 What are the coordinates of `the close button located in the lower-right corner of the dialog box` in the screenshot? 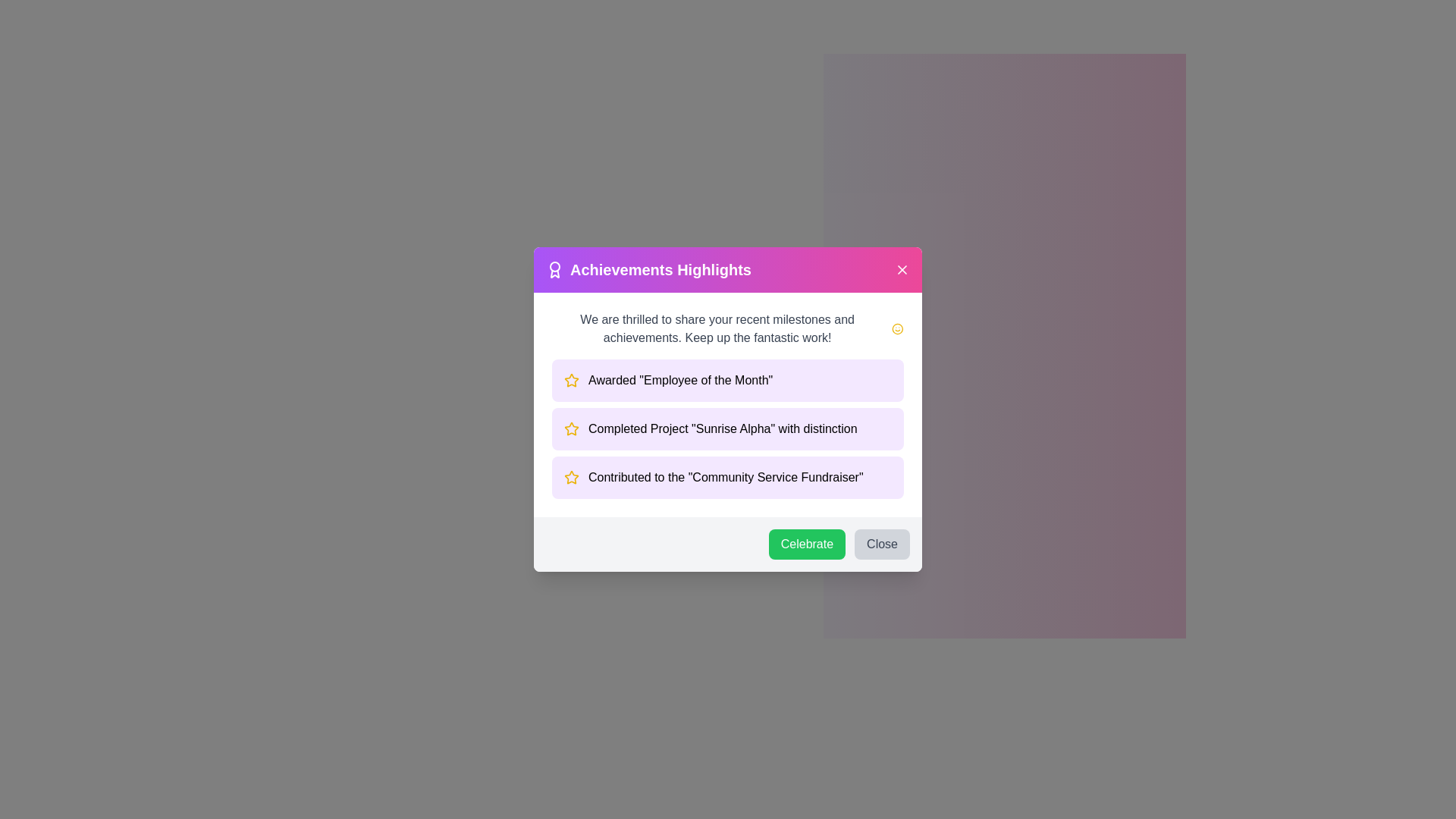 It's located at (882, 543).